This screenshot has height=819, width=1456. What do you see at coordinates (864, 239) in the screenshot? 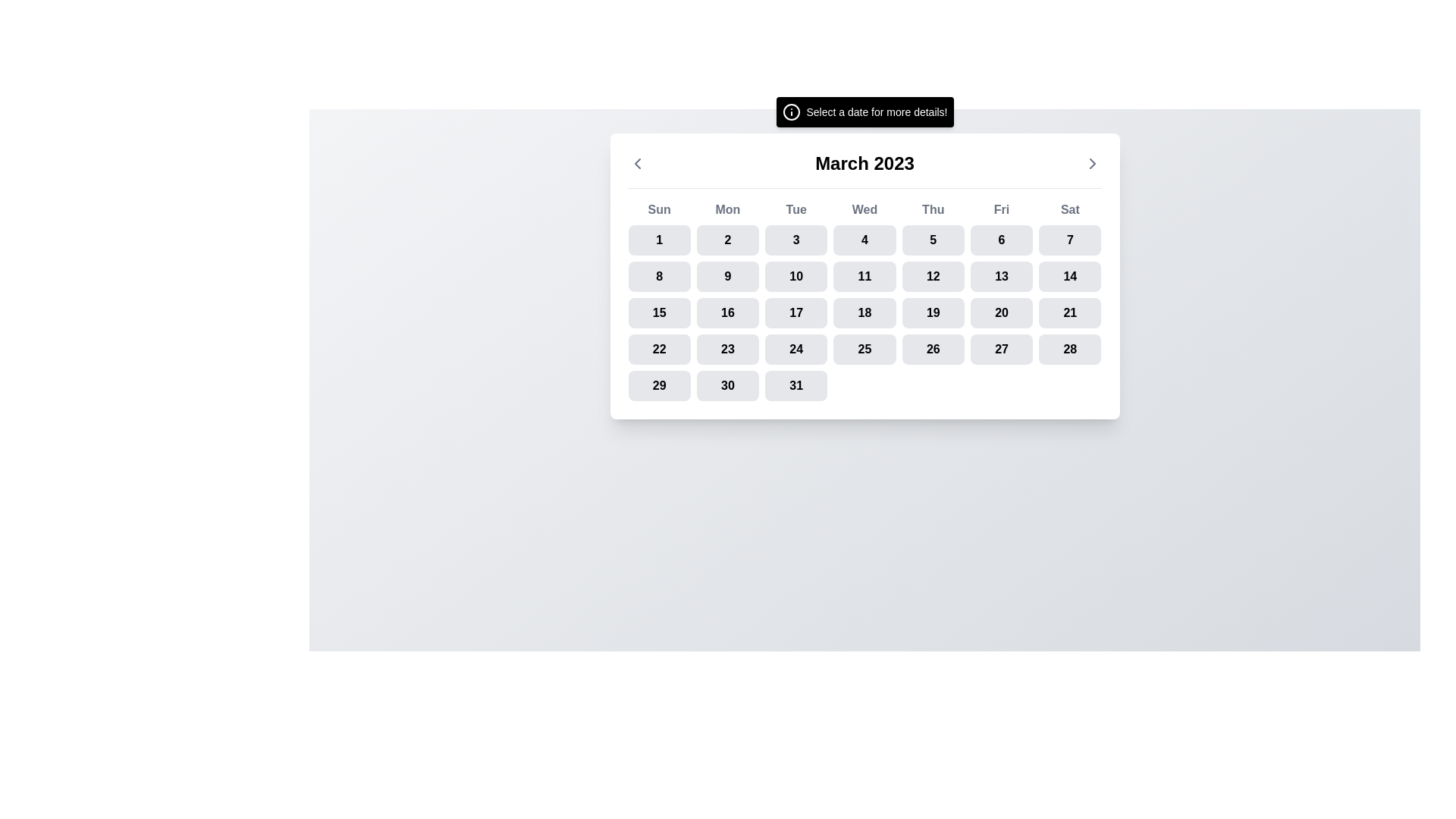
I see `the button representing the date '4' in the monthly calendar view` at bounding box center [864, 239].